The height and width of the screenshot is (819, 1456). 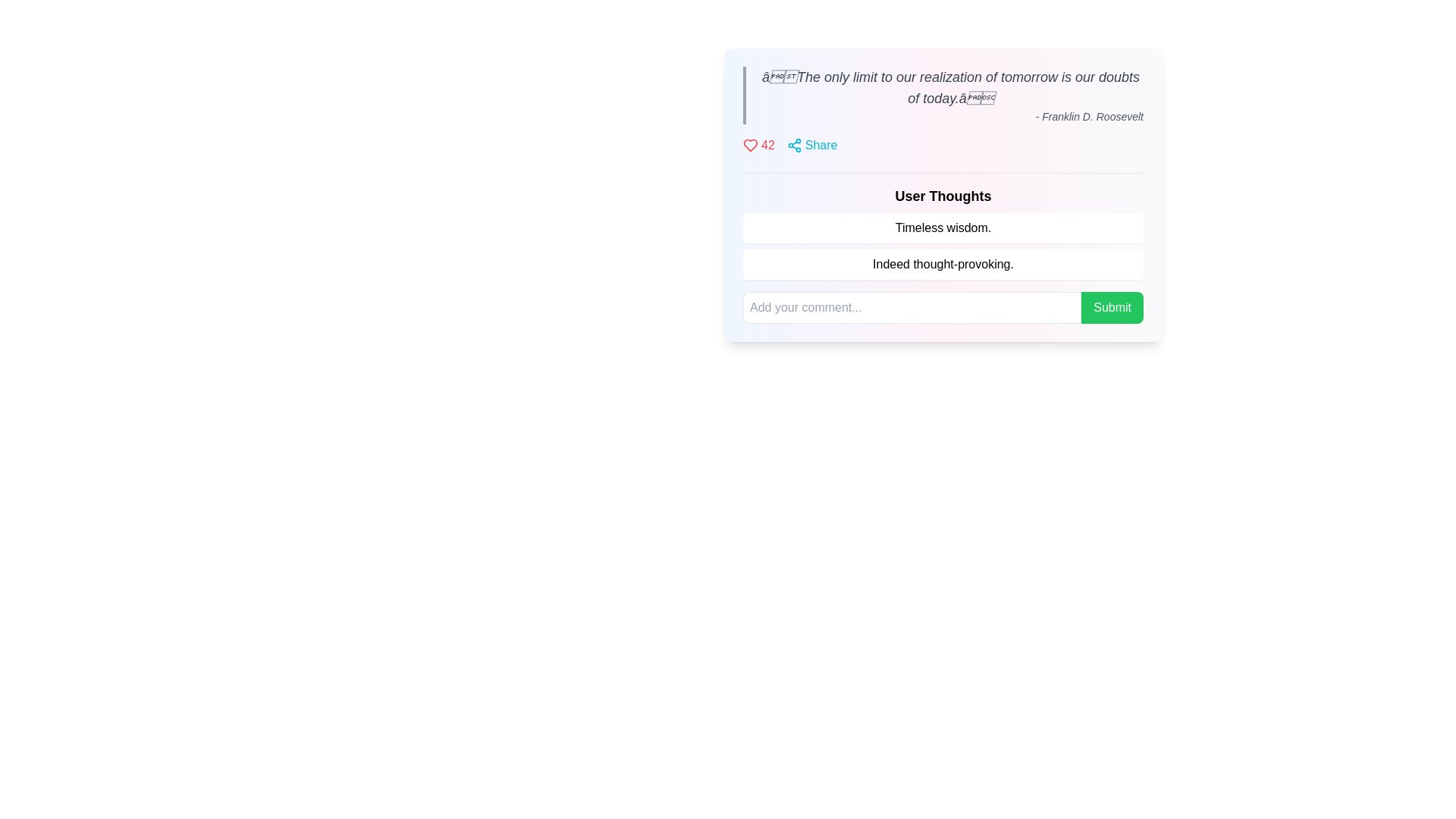 What do you see at coordinates (750, 146) in the screenshot?
I see `the heart-shaped icon located near the top-left section of the interface` at bounding box center [750, 146].